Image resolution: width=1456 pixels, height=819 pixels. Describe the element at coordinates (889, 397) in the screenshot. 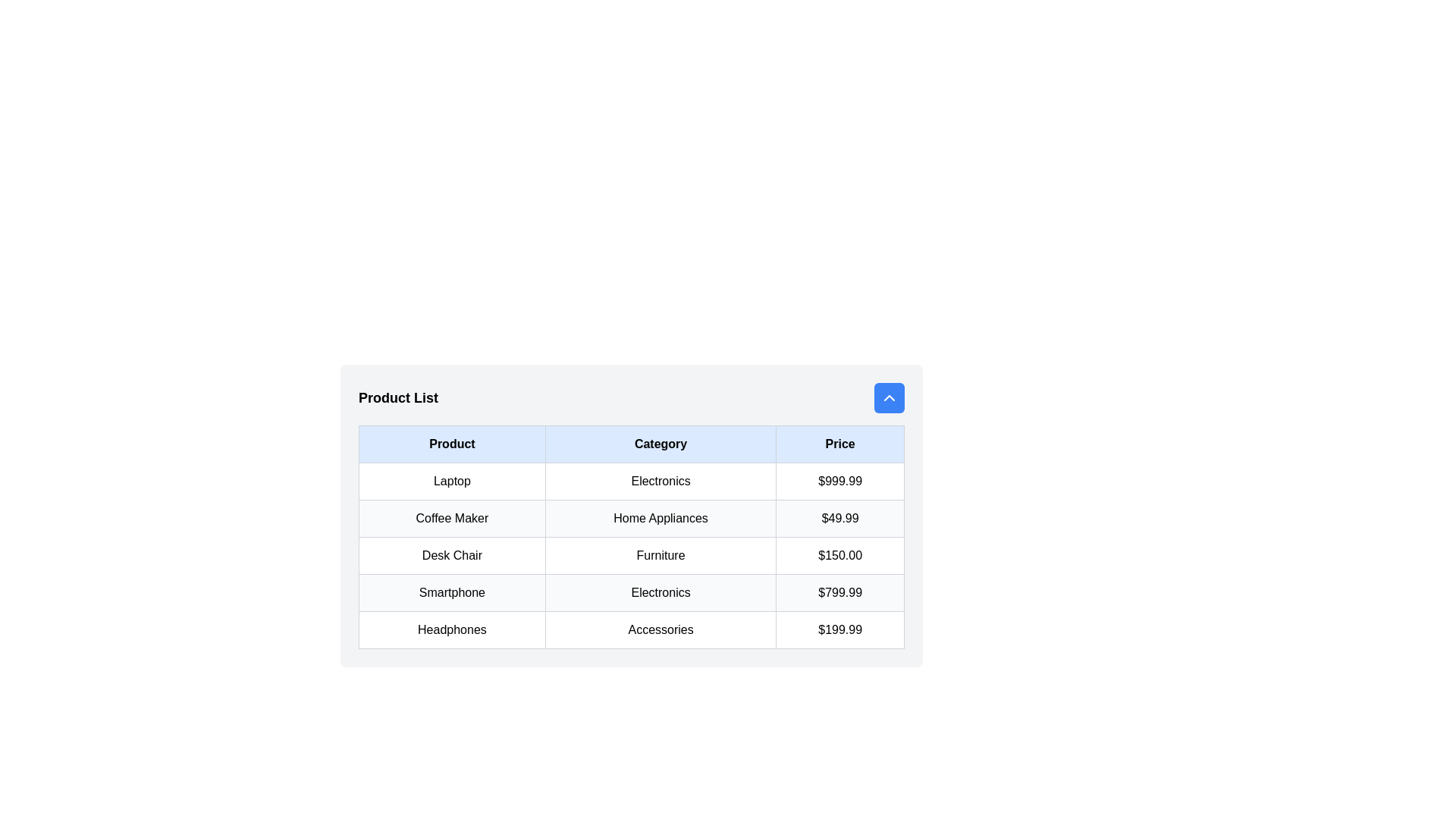

I see `the icon located in the top-right corner of the table header` at that location.